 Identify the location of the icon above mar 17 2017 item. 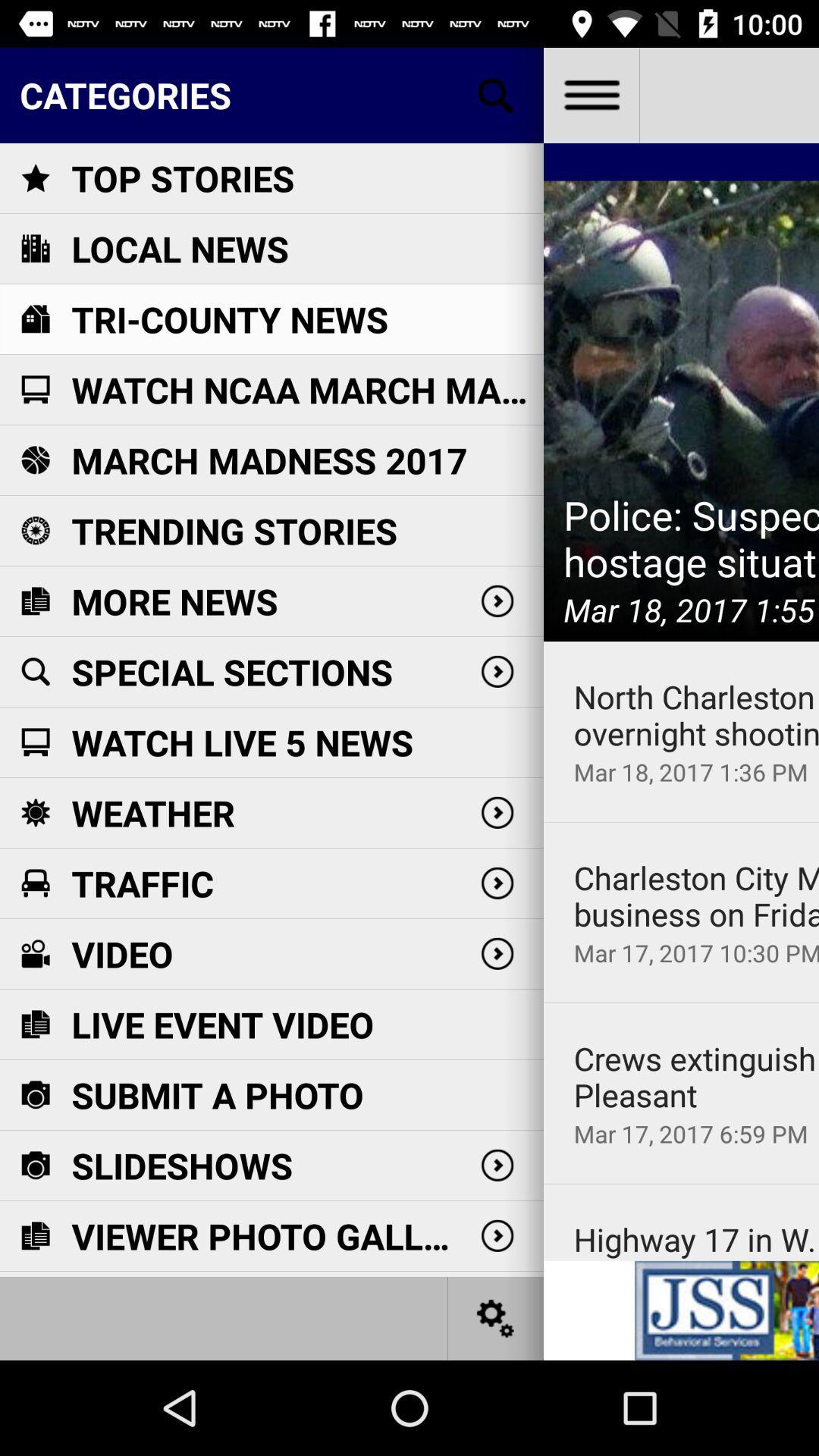
(696, 896).